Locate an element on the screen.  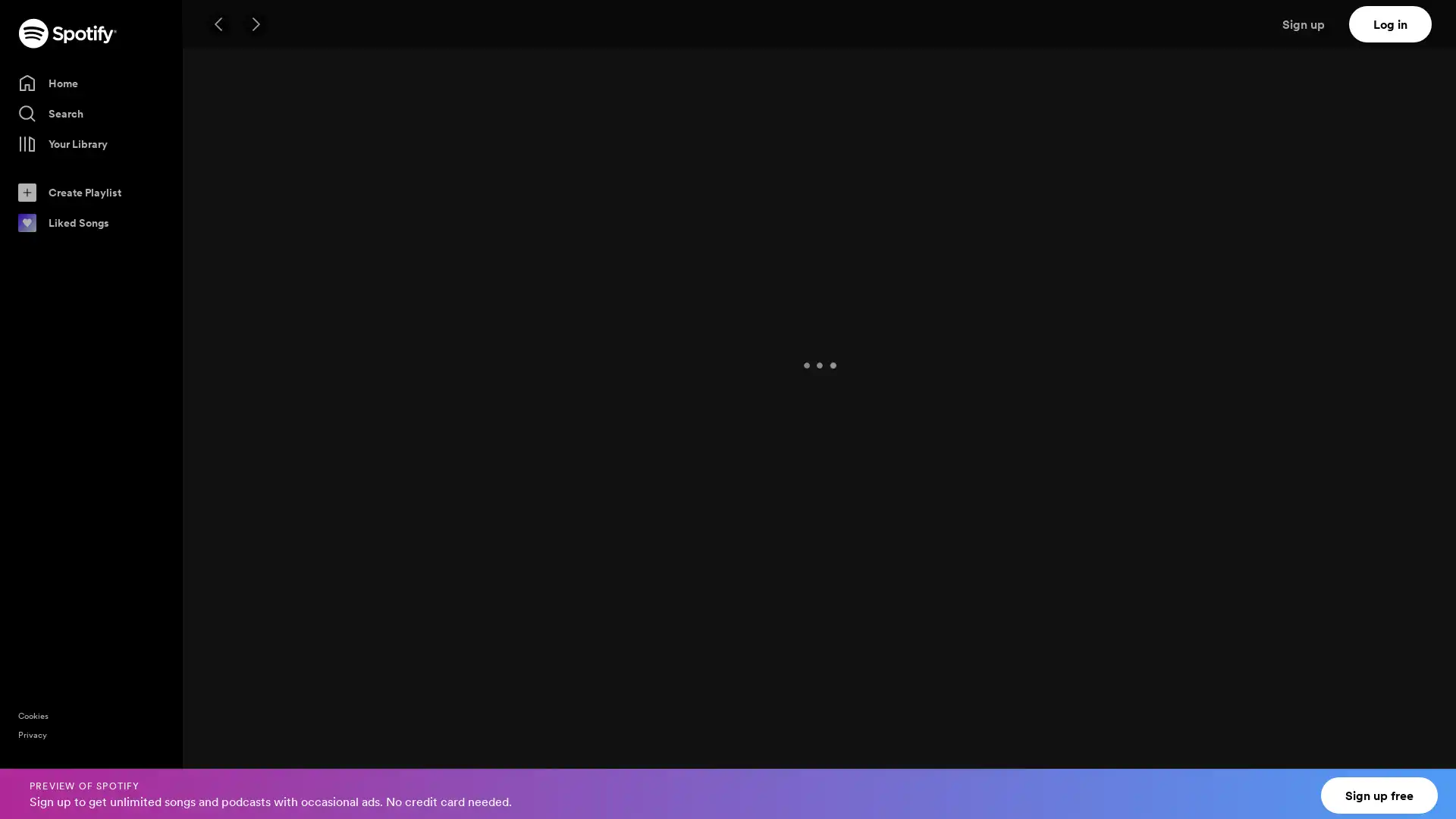
Play asdfasdf is located at coordinates (1240, 461).